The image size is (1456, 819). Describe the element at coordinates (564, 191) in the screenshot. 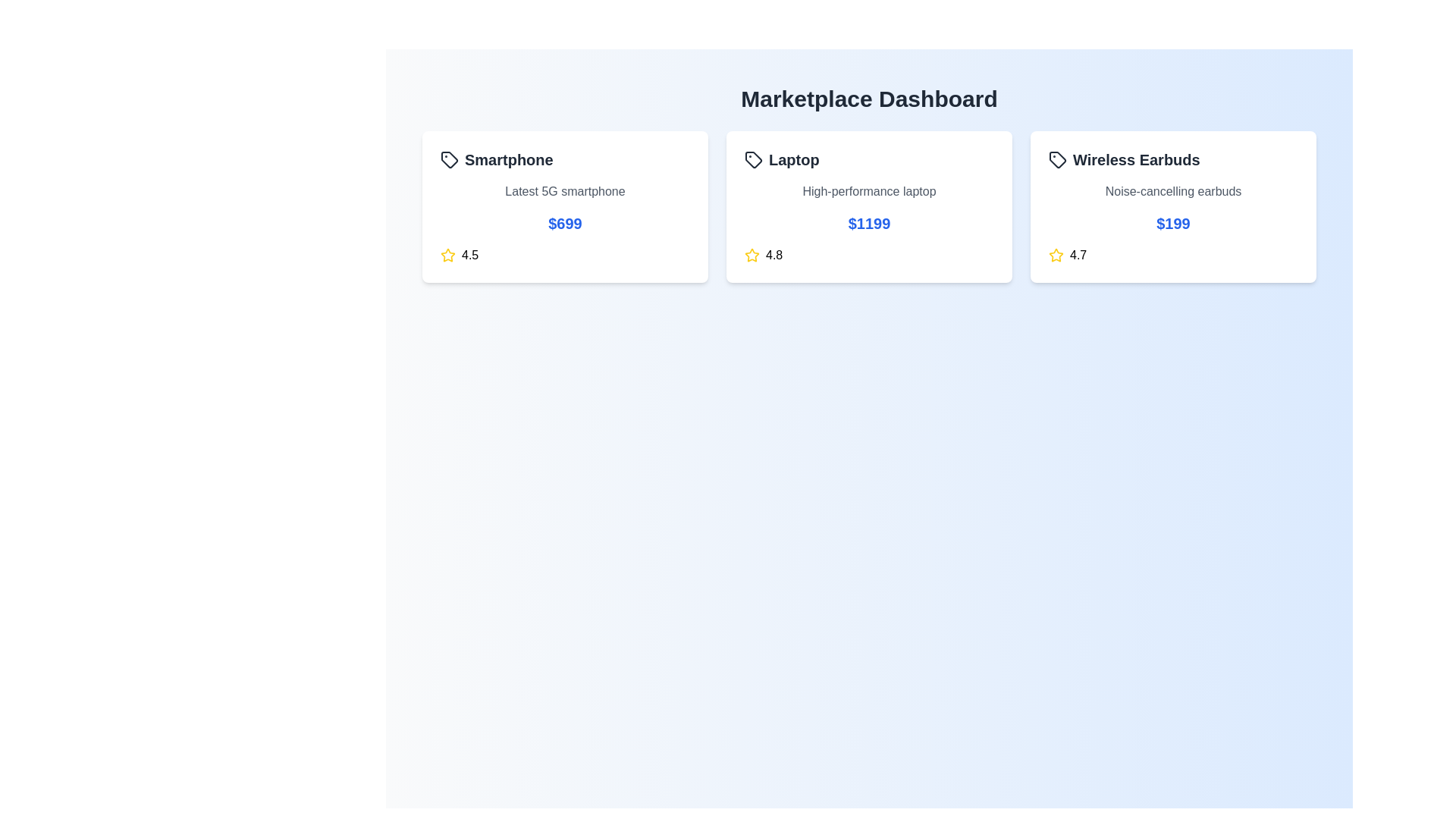

I see `text label displaying 'Latest 5G smartphone', which is a light gray, non-bold font positioned between the title 'Smartphone' and the price '$699'` at that location.